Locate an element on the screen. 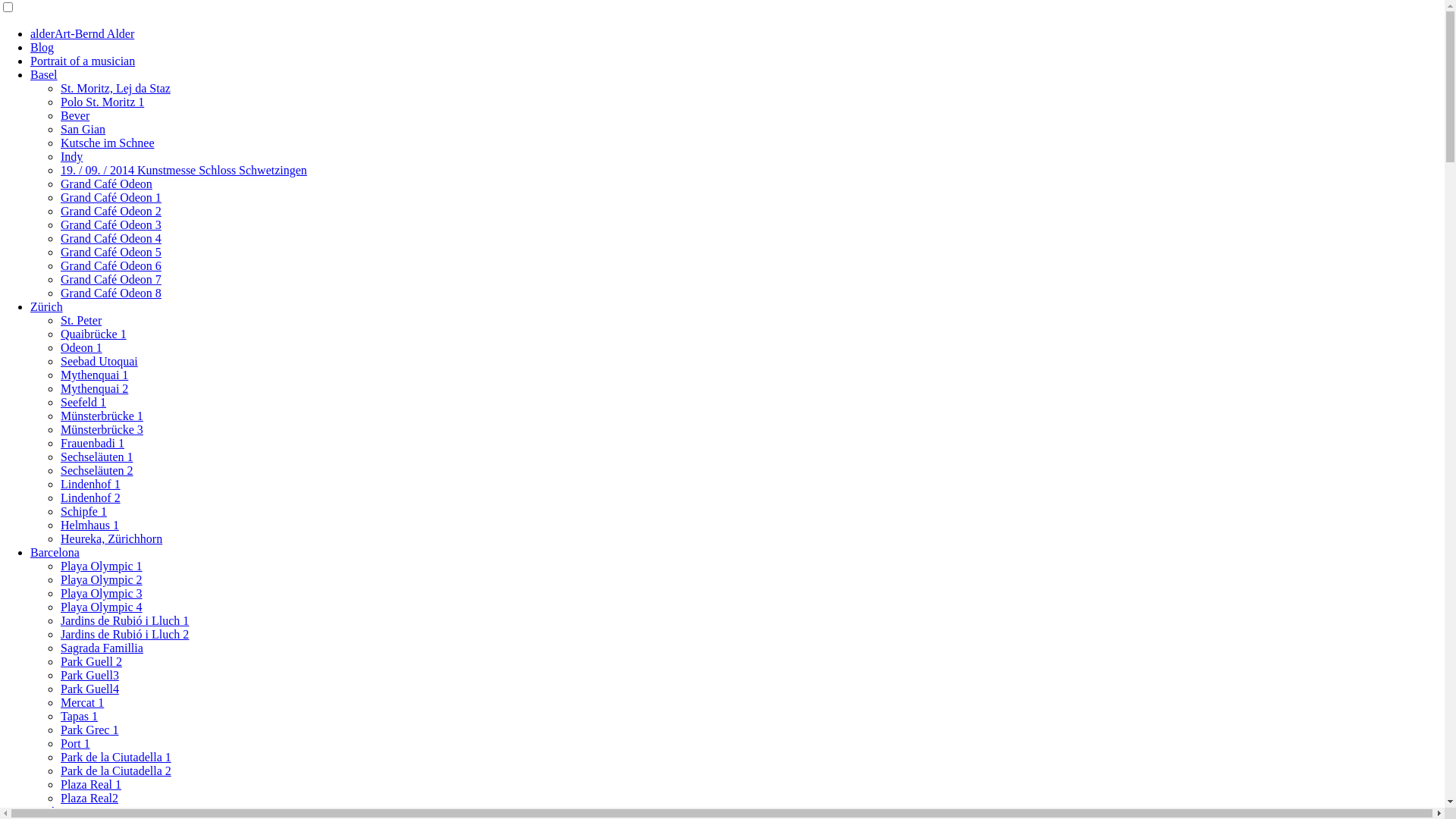  'Park Guell3' is located at coordinates (89, 674).